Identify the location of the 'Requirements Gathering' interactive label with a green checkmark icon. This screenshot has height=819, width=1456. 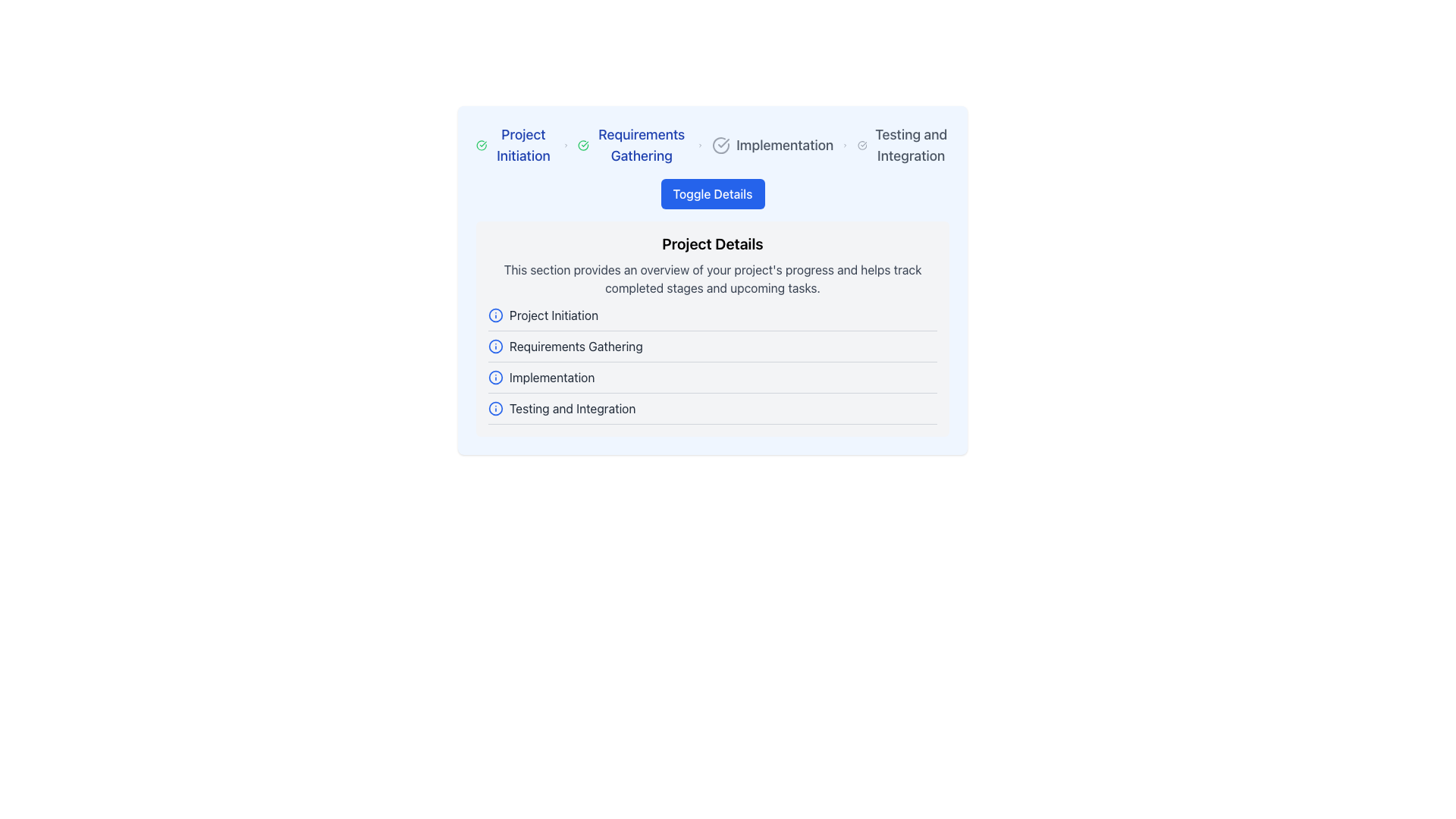
(632, 146).